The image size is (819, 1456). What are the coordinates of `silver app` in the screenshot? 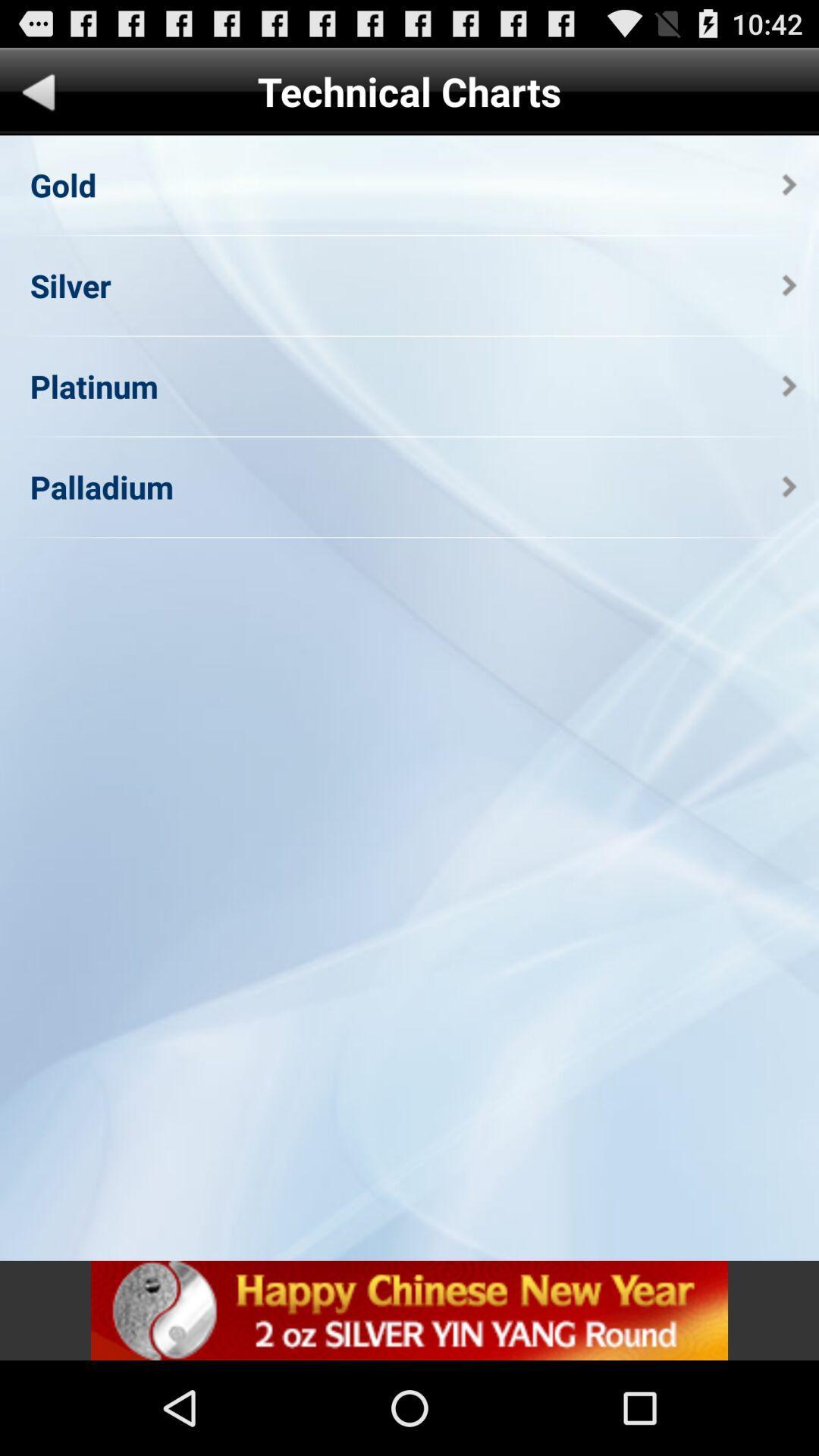 It's located at (70, 285).